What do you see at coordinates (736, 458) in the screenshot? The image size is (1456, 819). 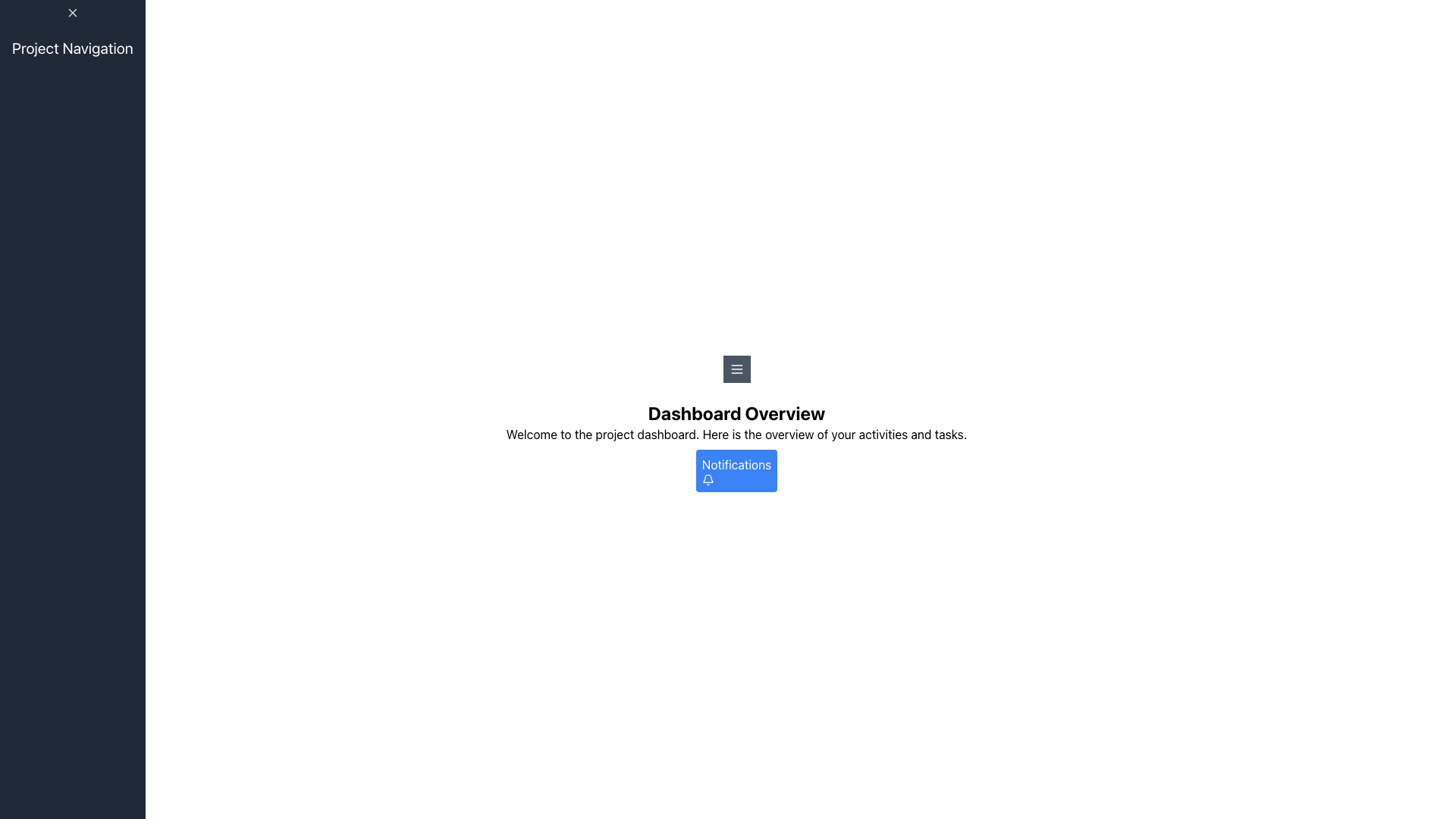 I see `the button located within the 'Dashboard Overview' section` at bounding box center [736, 458].